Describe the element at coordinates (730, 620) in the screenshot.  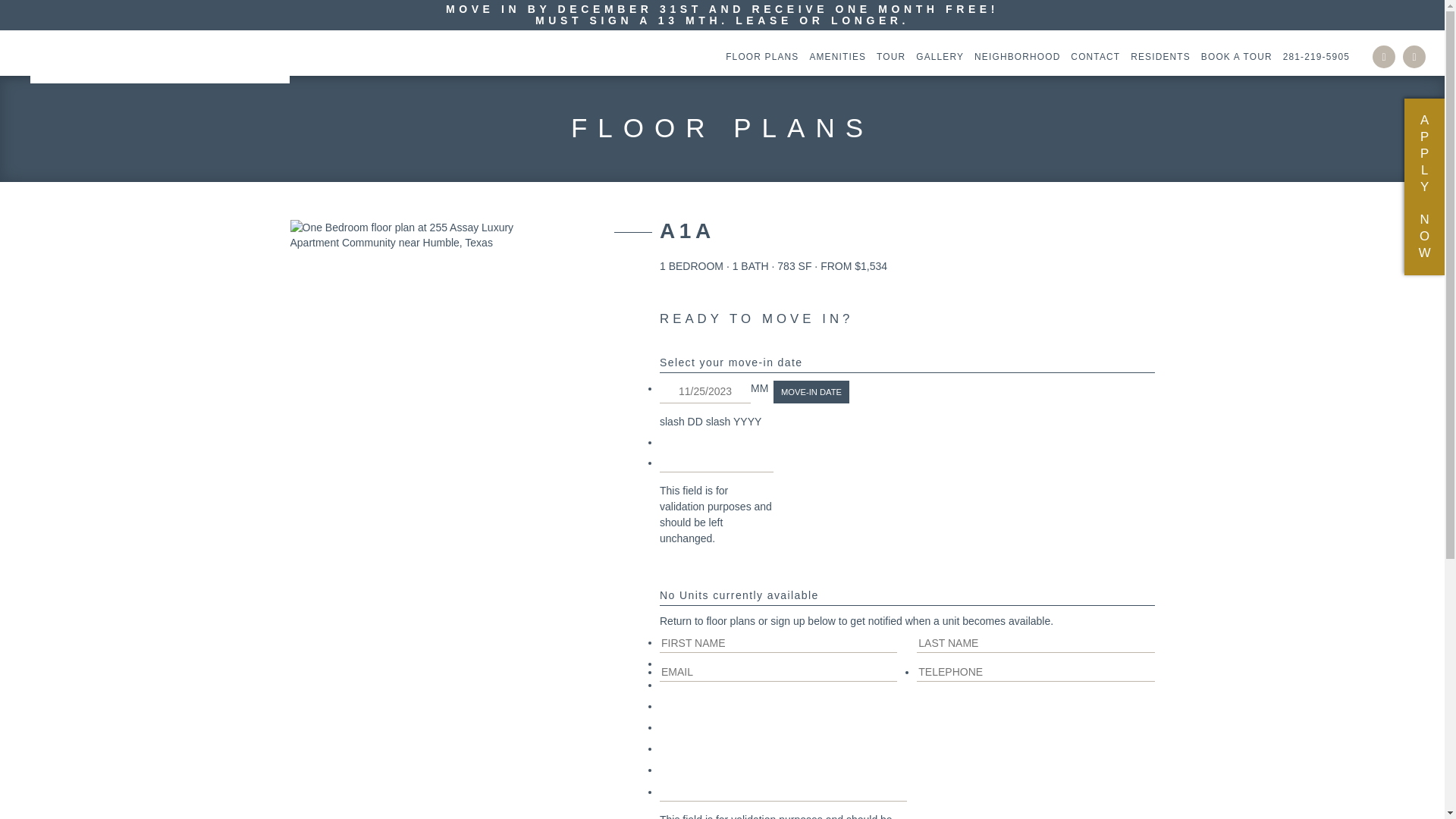
I see `'floor plans'` at that location.